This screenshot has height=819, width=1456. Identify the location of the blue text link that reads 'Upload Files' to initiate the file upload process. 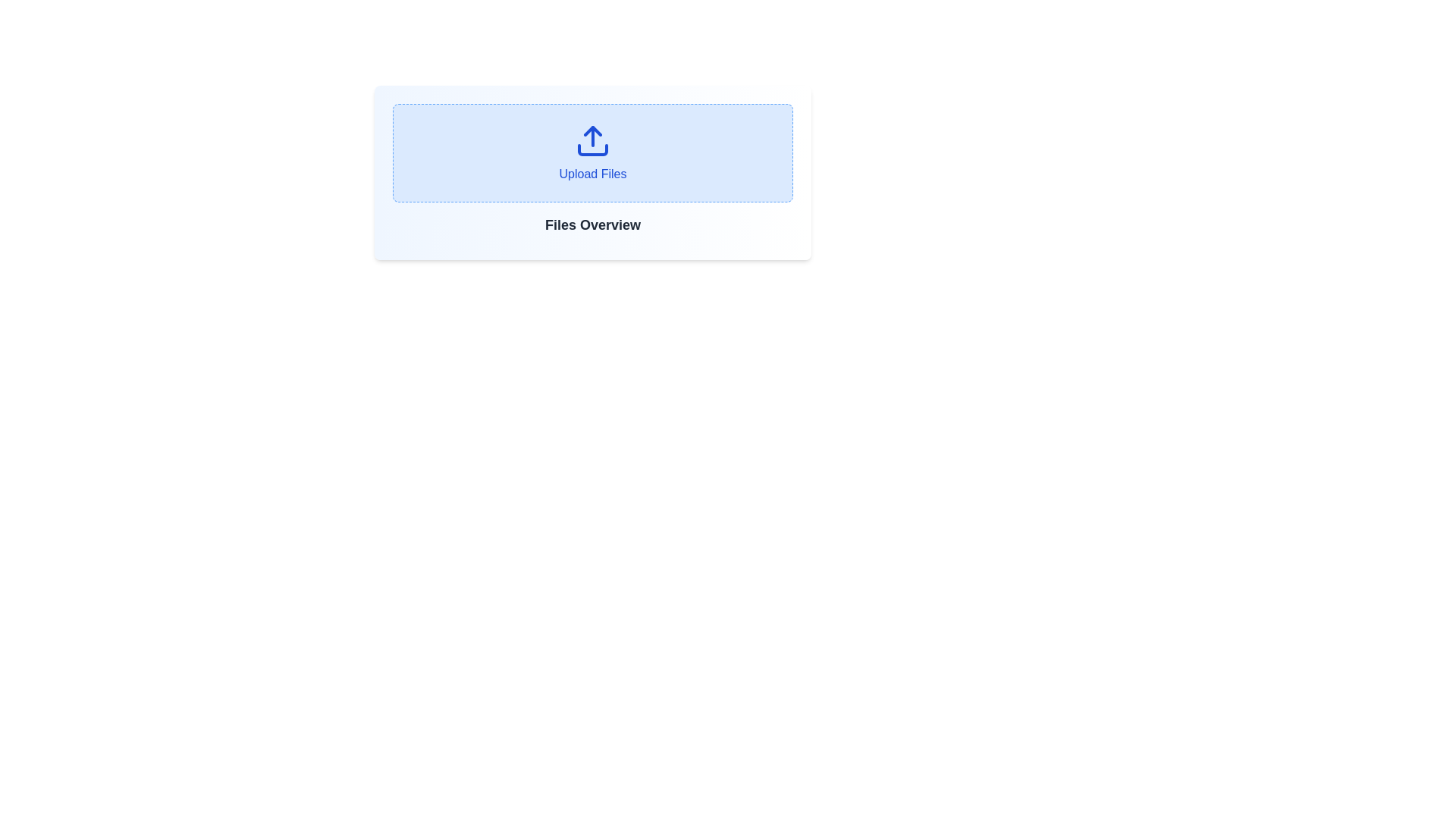
(592, 152).